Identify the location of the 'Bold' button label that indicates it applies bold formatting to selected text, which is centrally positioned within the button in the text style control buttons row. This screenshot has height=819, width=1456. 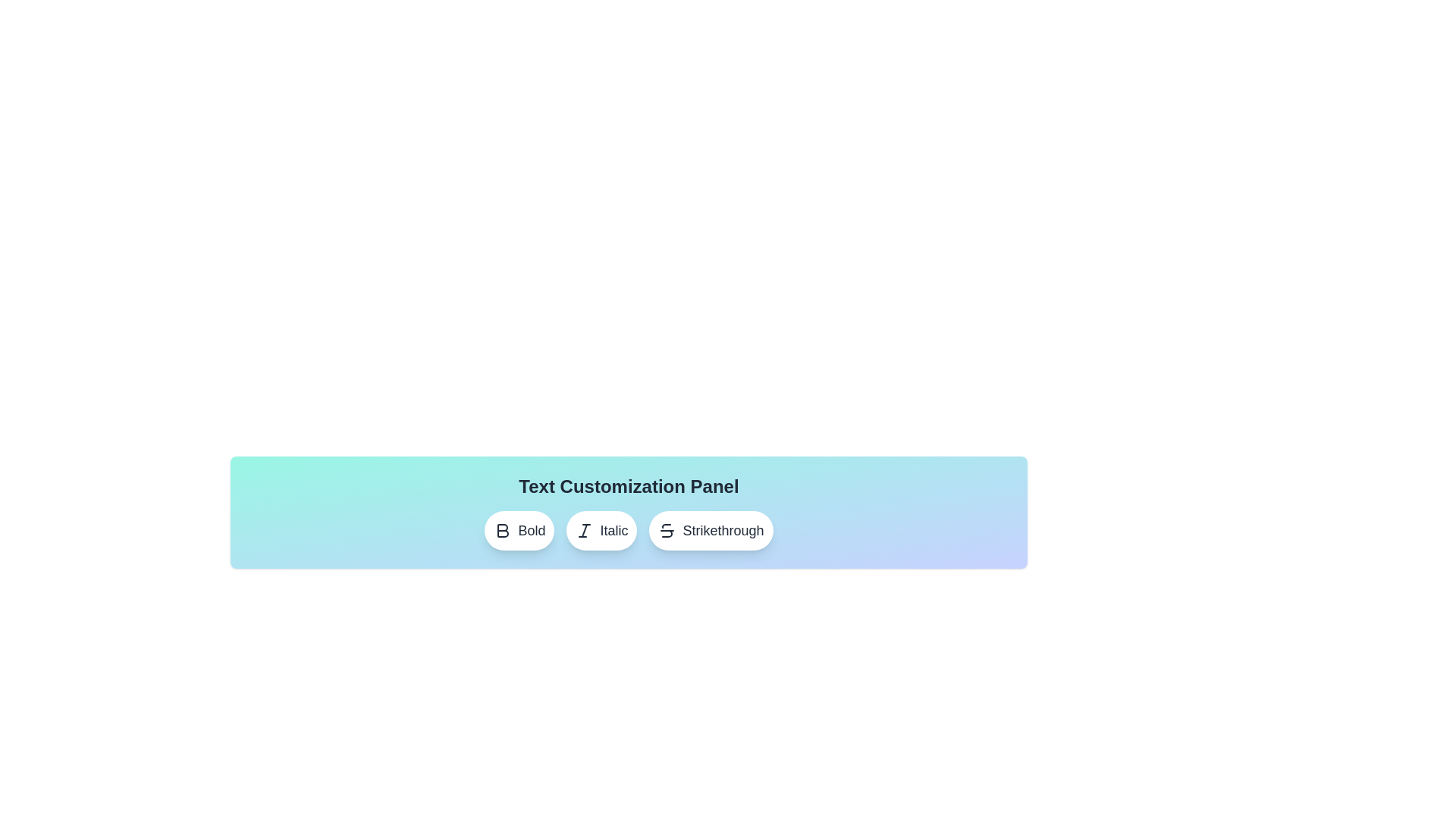
(532, 529).